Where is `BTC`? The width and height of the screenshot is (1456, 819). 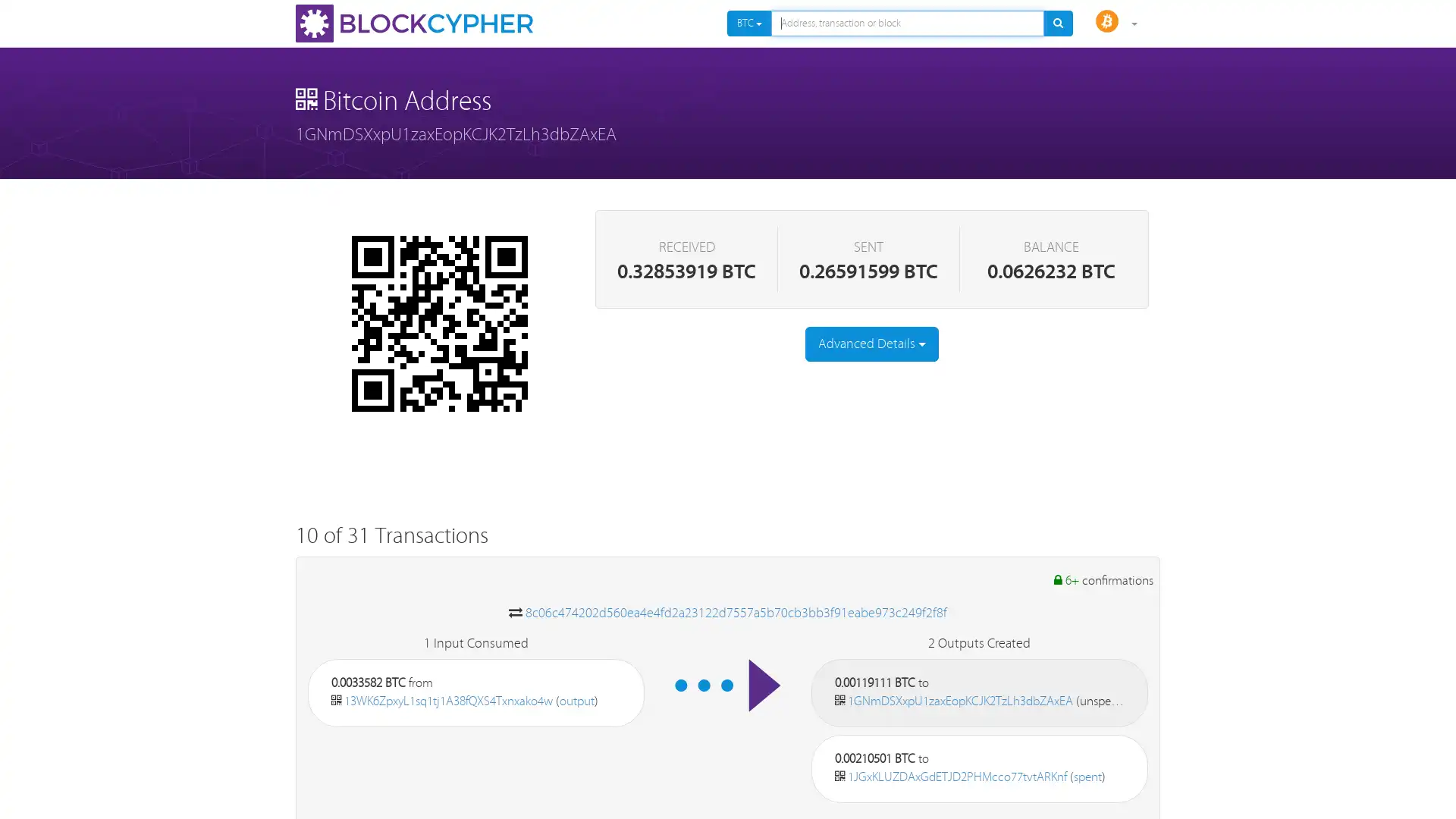
BTC is located at coordinates (749, 23).